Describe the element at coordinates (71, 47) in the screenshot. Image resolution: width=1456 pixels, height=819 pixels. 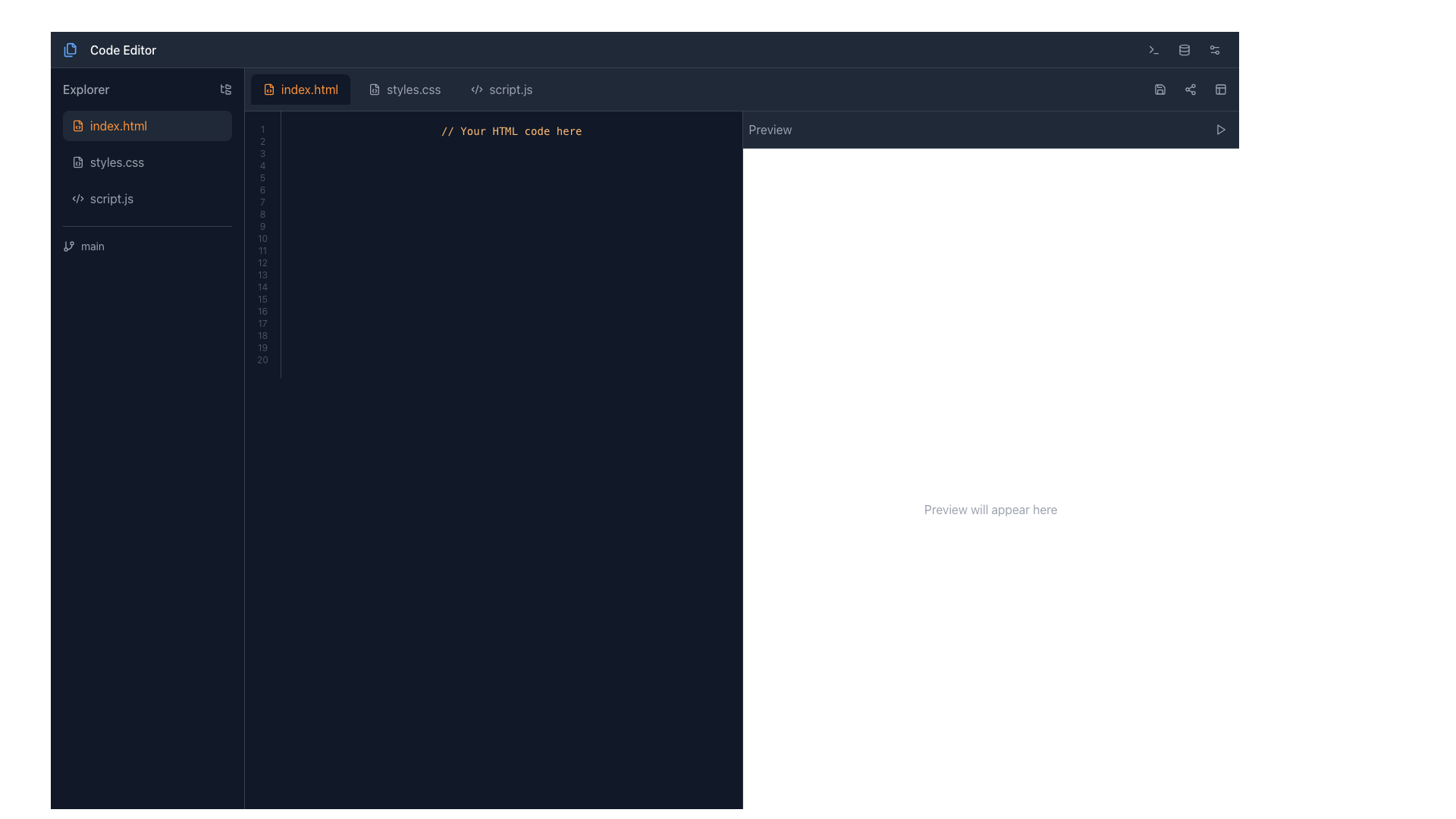
I see `the file icon located in the top-left section of the interface, specifically the second icon in the left sidebar's header area` at that location.